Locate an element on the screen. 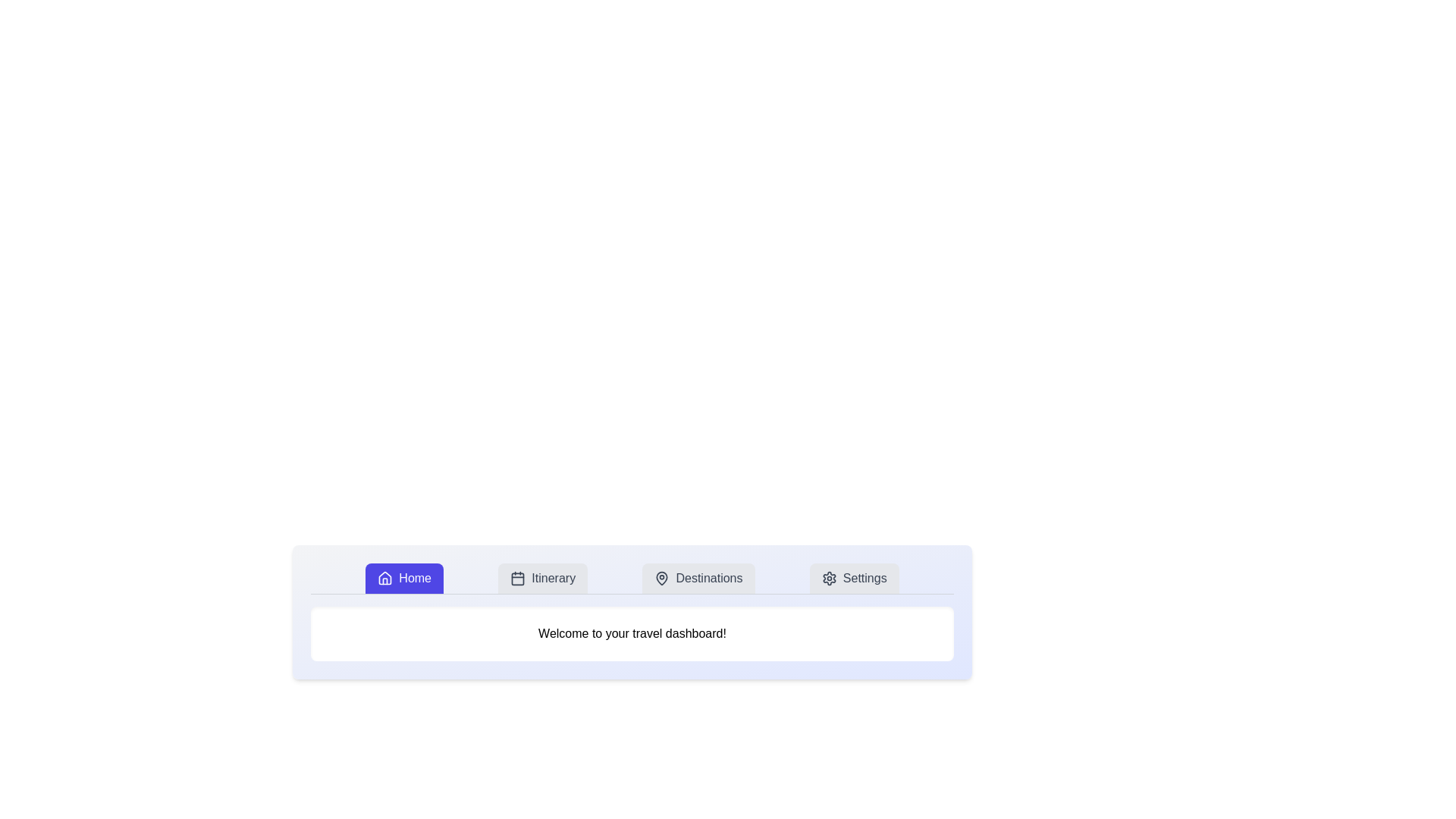 The height and width of the screenshot is (819, 1456). the Navigation Bar for accessibility is located at coordinates (632, 579).